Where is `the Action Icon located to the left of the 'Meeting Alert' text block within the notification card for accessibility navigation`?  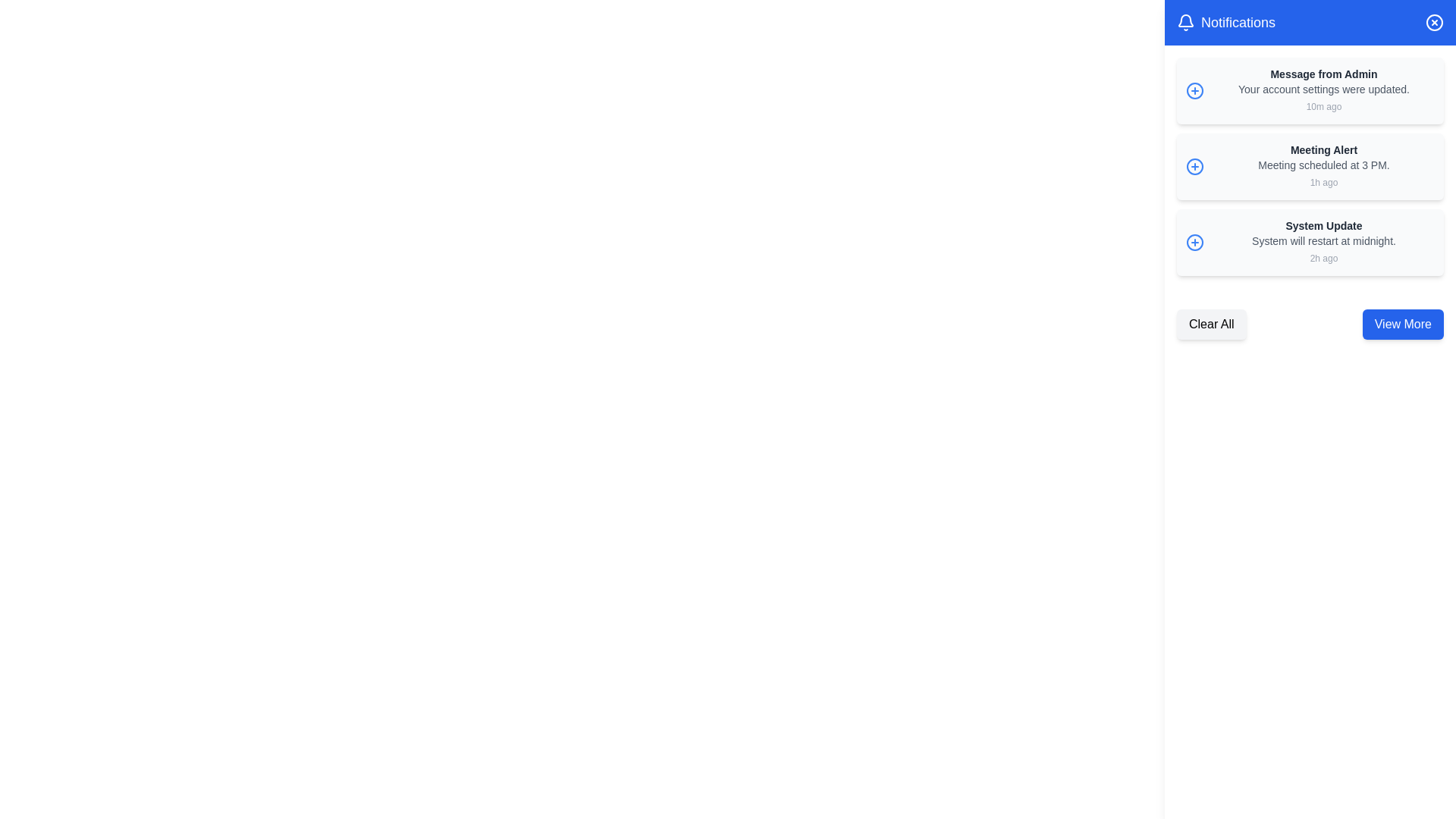 the Action Icon located to the left of the 'Meeting Alert' text block within the notification card for accessibility navigation is located at coordinates (1194, 166).